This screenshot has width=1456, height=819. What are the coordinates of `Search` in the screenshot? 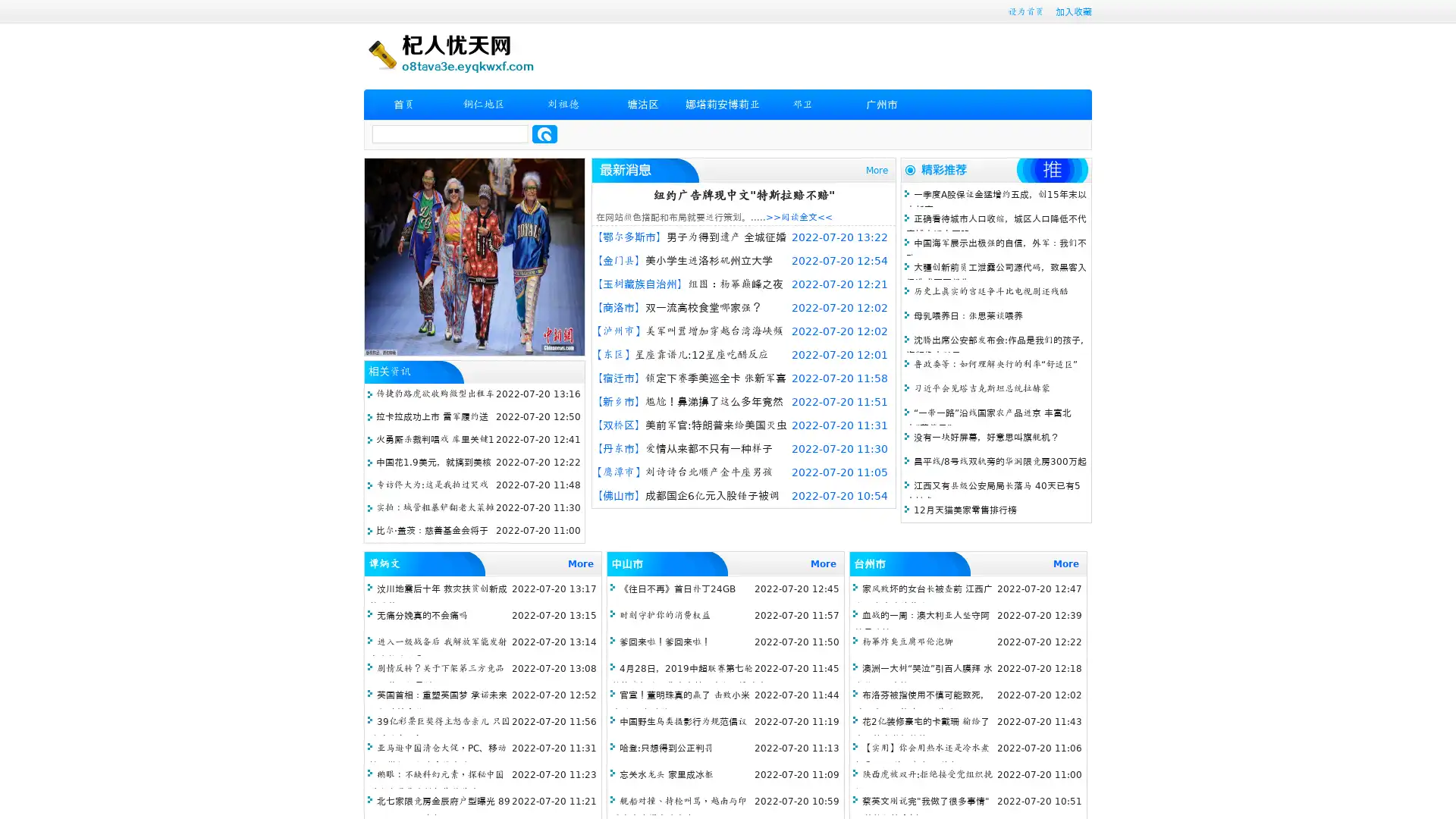 It's located at (544, 133).